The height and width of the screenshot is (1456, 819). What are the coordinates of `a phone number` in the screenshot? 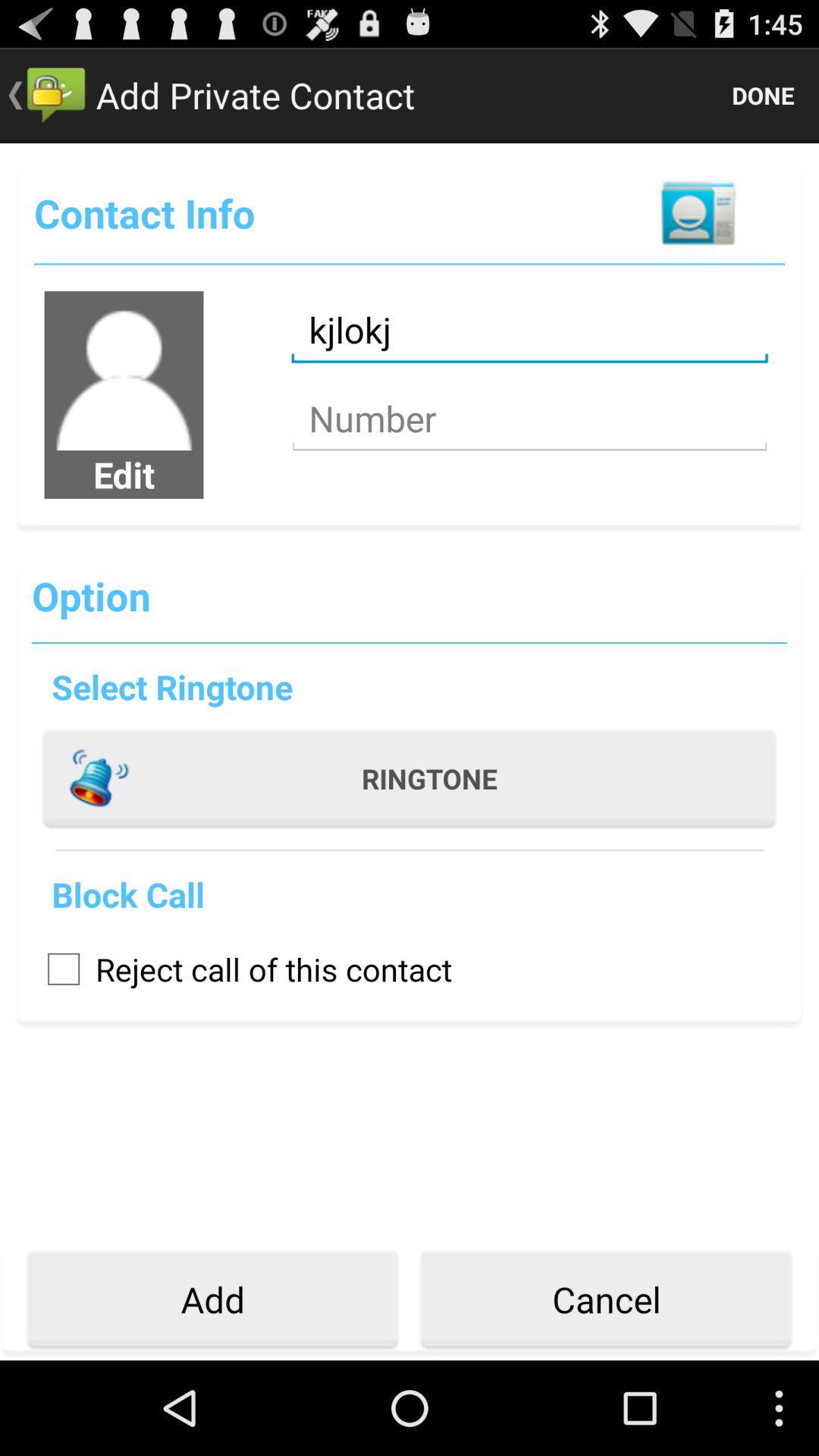 It's located at (529, 419).